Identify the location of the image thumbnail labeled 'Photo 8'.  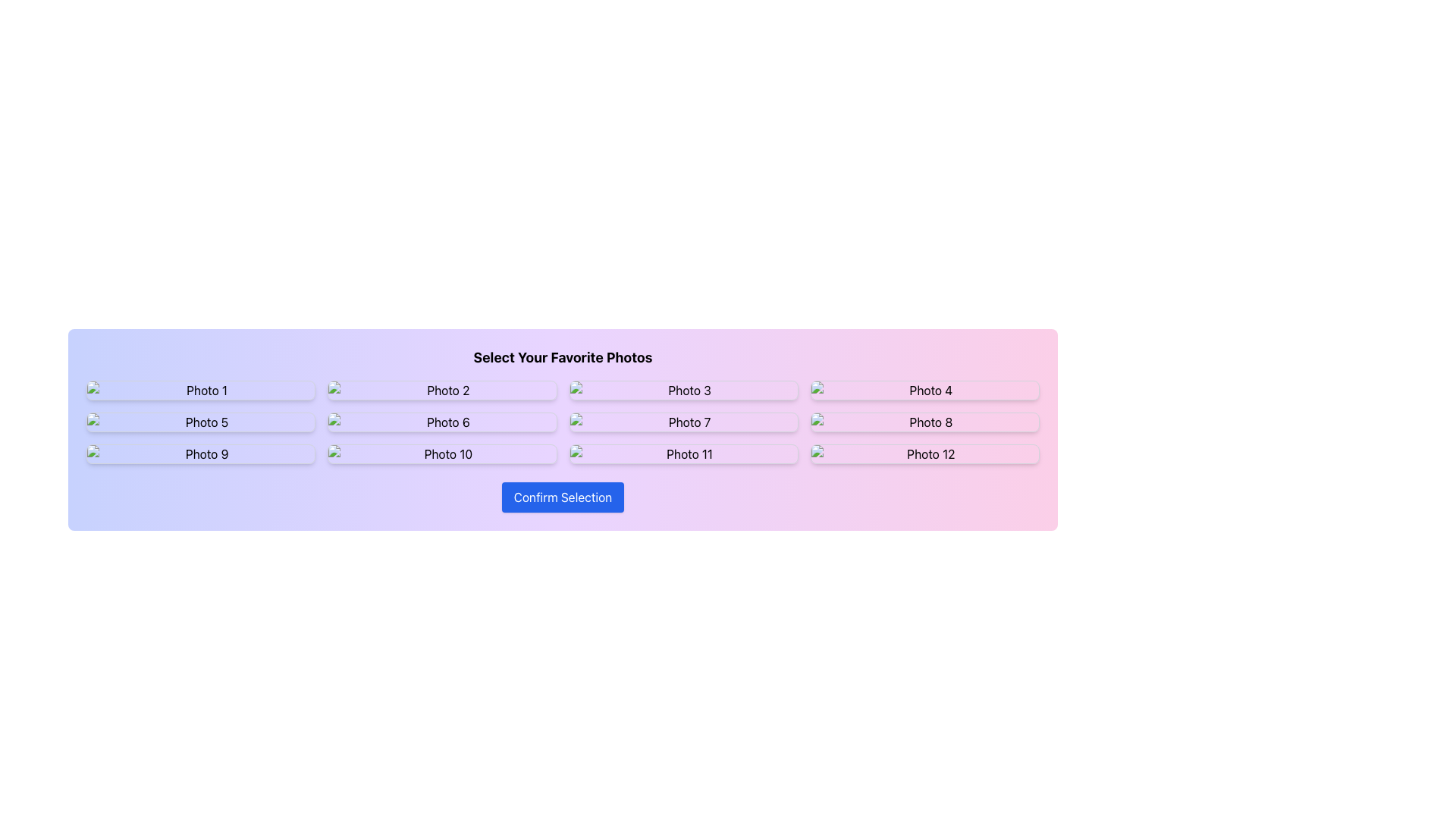
(924, 422).